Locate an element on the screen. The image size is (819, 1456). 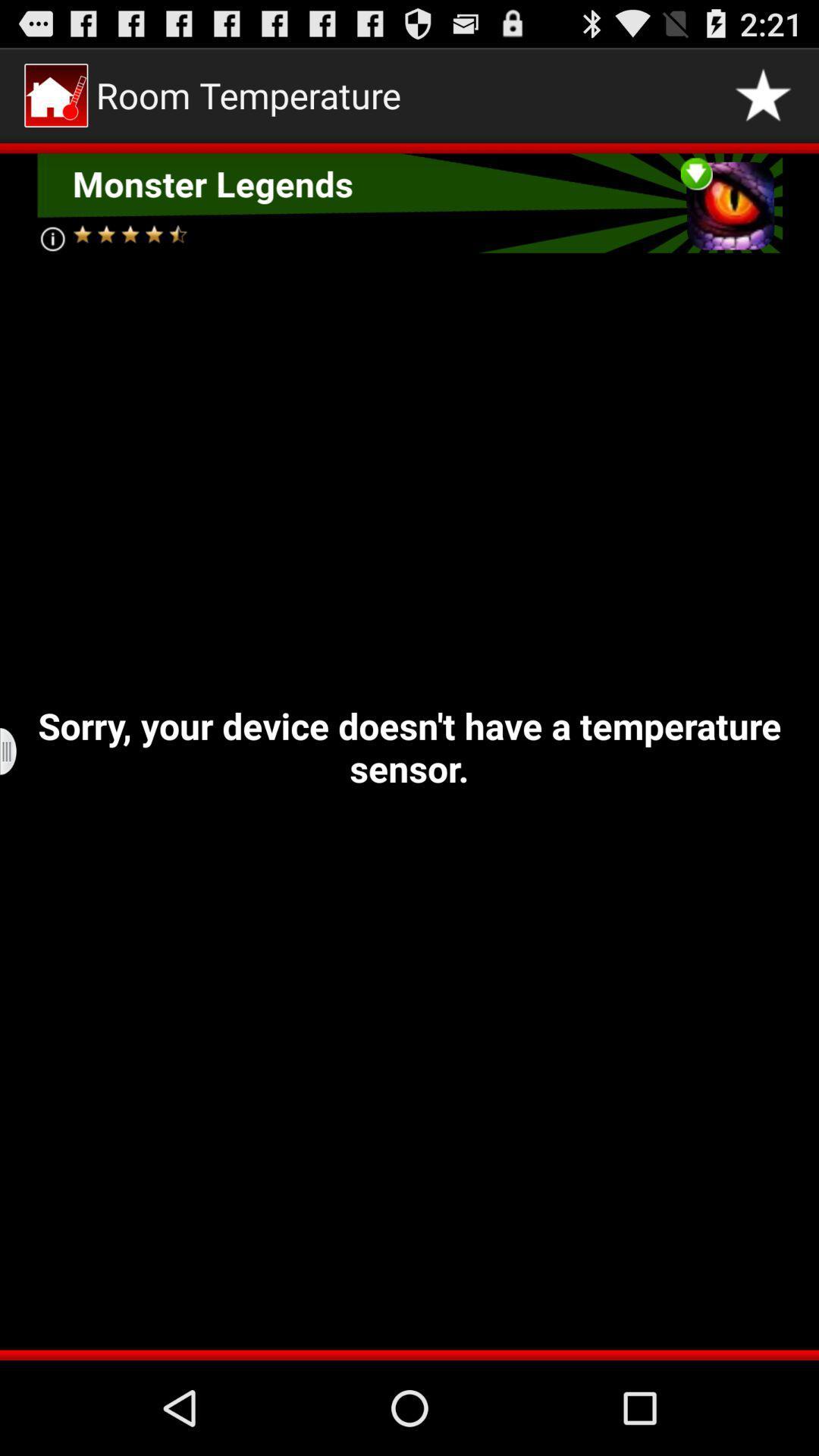
item to the right of room temperature item is located at coordinates (763, 94).